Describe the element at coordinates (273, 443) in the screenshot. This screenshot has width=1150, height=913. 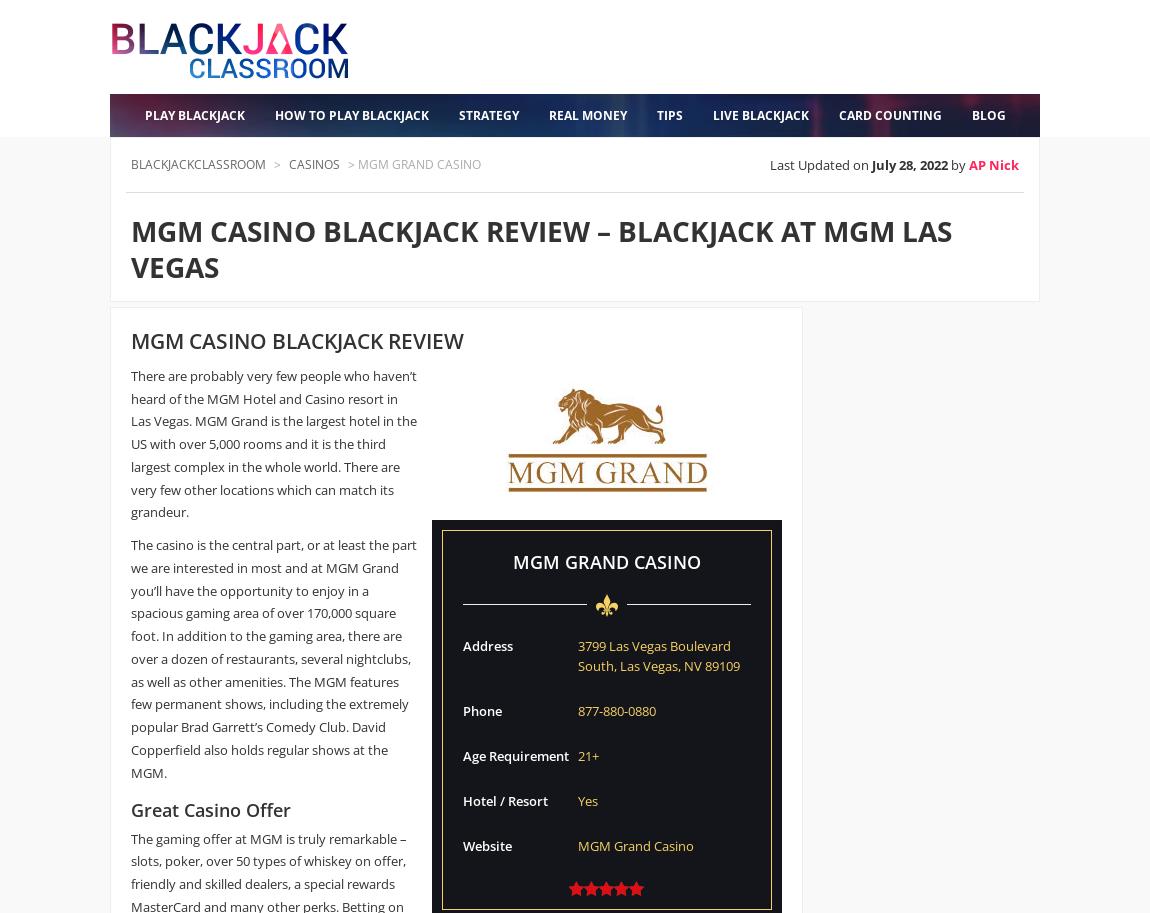
I see `'There are probably very few people who haven’t heard of the MGM Hotel and Casino resort in Las Vegas. MGM Grand is the largest hotel in the US with over 5,000 rooms and it is the third largest complex in the whole world. There are very few other locations which can match its grandeur.'` at that location.